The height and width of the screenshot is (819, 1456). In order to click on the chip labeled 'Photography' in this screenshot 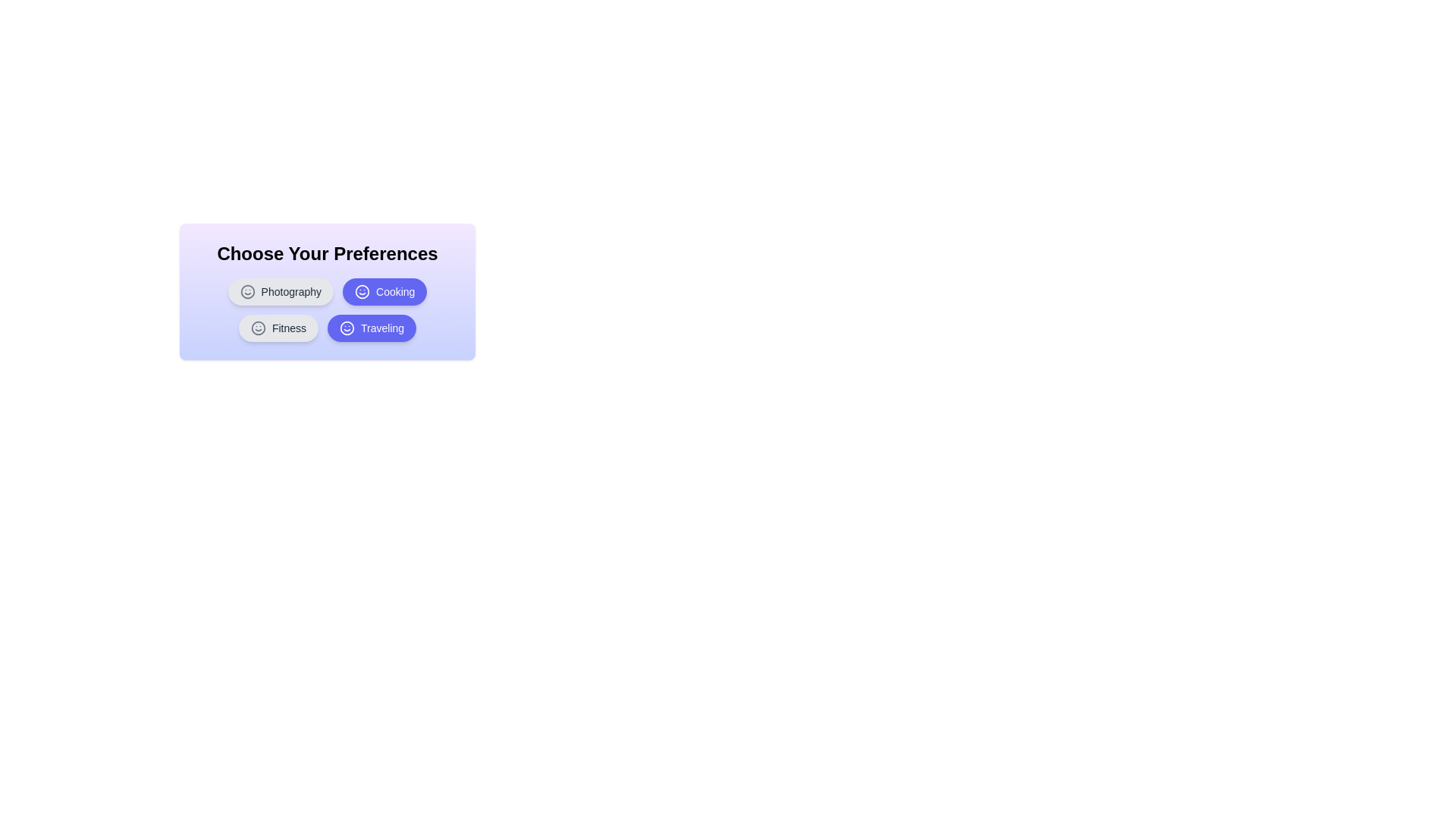, I will do `click(281, 292)`.